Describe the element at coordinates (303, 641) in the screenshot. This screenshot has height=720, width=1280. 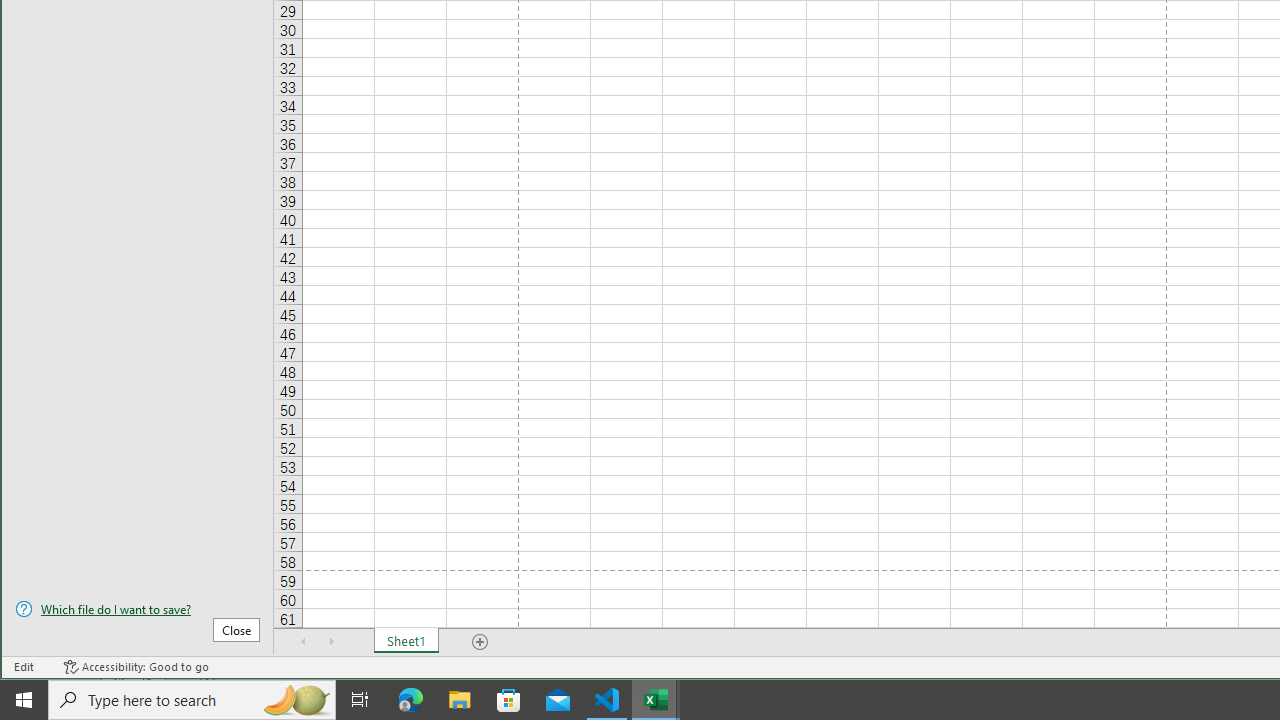
I see `'Scroll Left'` at that location.